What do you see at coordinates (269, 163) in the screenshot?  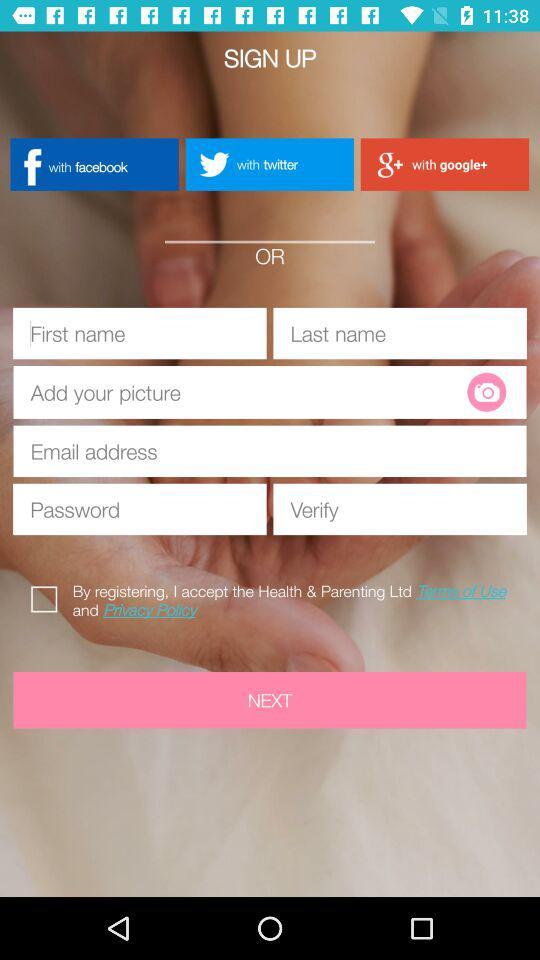 I see `the with twitter item` at bounding box center [269, 163].